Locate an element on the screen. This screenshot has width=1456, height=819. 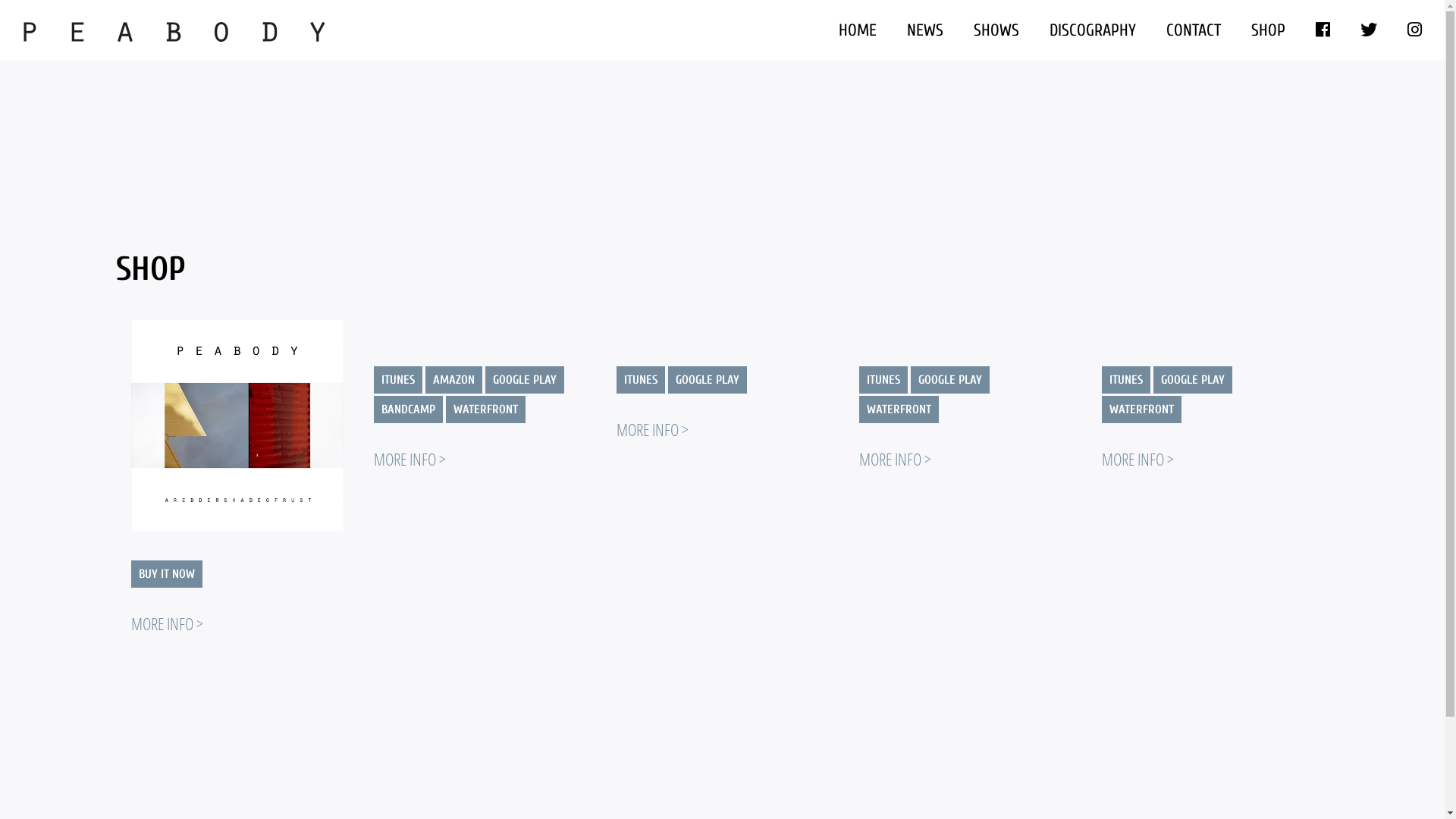
'GOOGLE PLAY' is located at coordinates (524, 379).